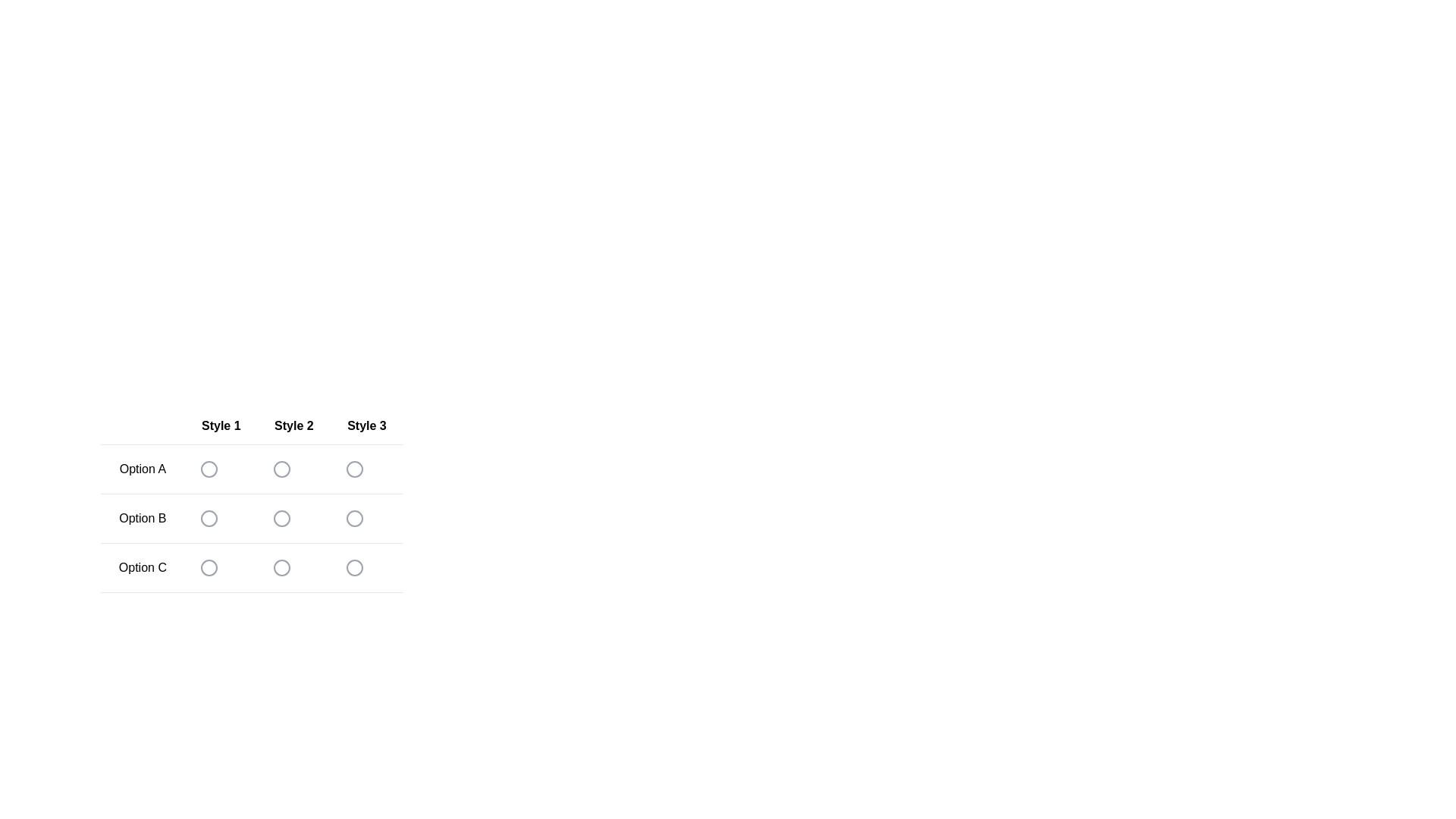 The image size is (1456, 819). Describe the element at coordinates (367, 517) in the screenshot. I see `the radio button for Option B, Style 3` at that location.